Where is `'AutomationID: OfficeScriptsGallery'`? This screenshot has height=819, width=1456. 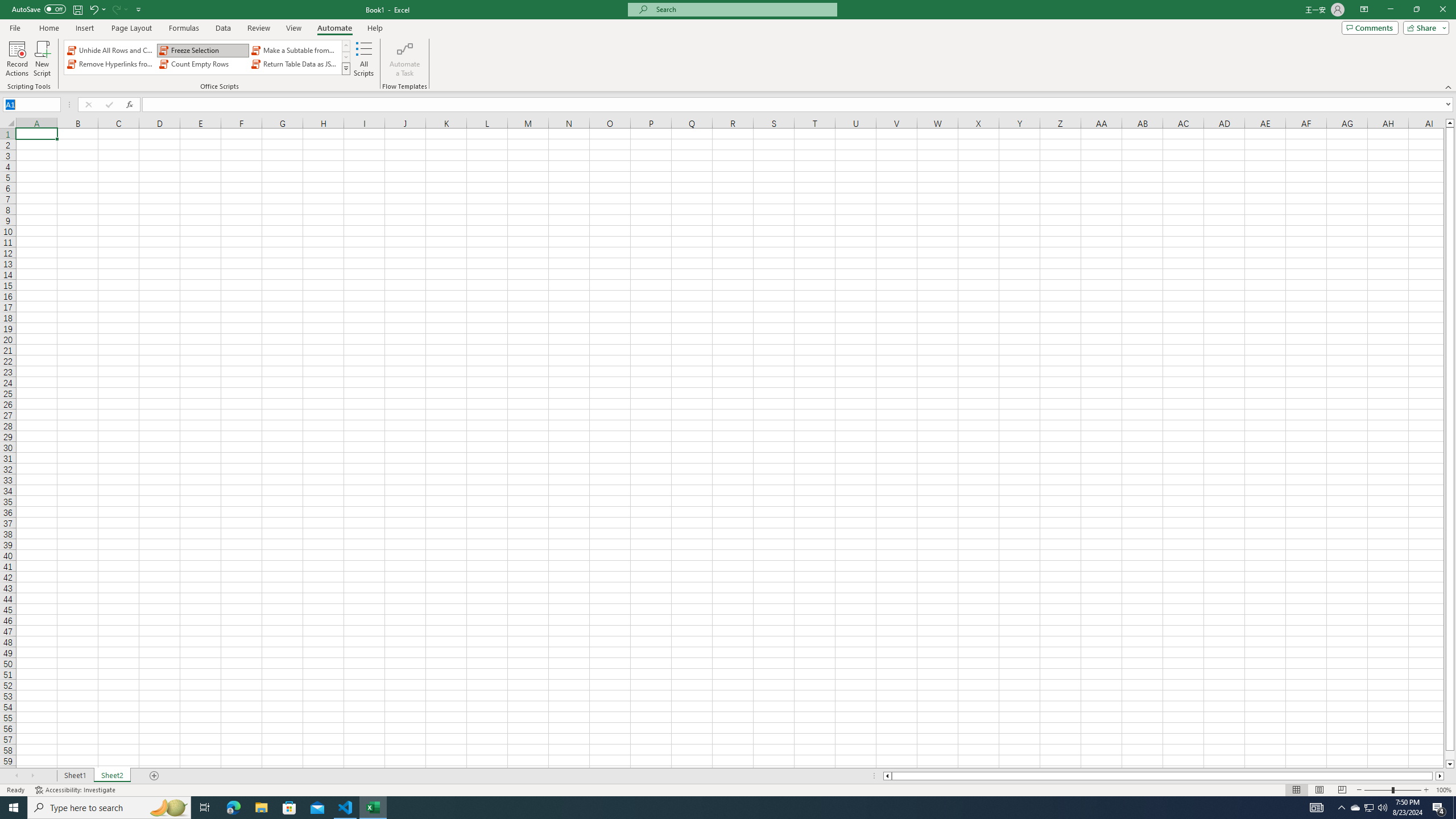 'AutomationID: OfficeScriptsGallery' is located at coordinates (206, 57).